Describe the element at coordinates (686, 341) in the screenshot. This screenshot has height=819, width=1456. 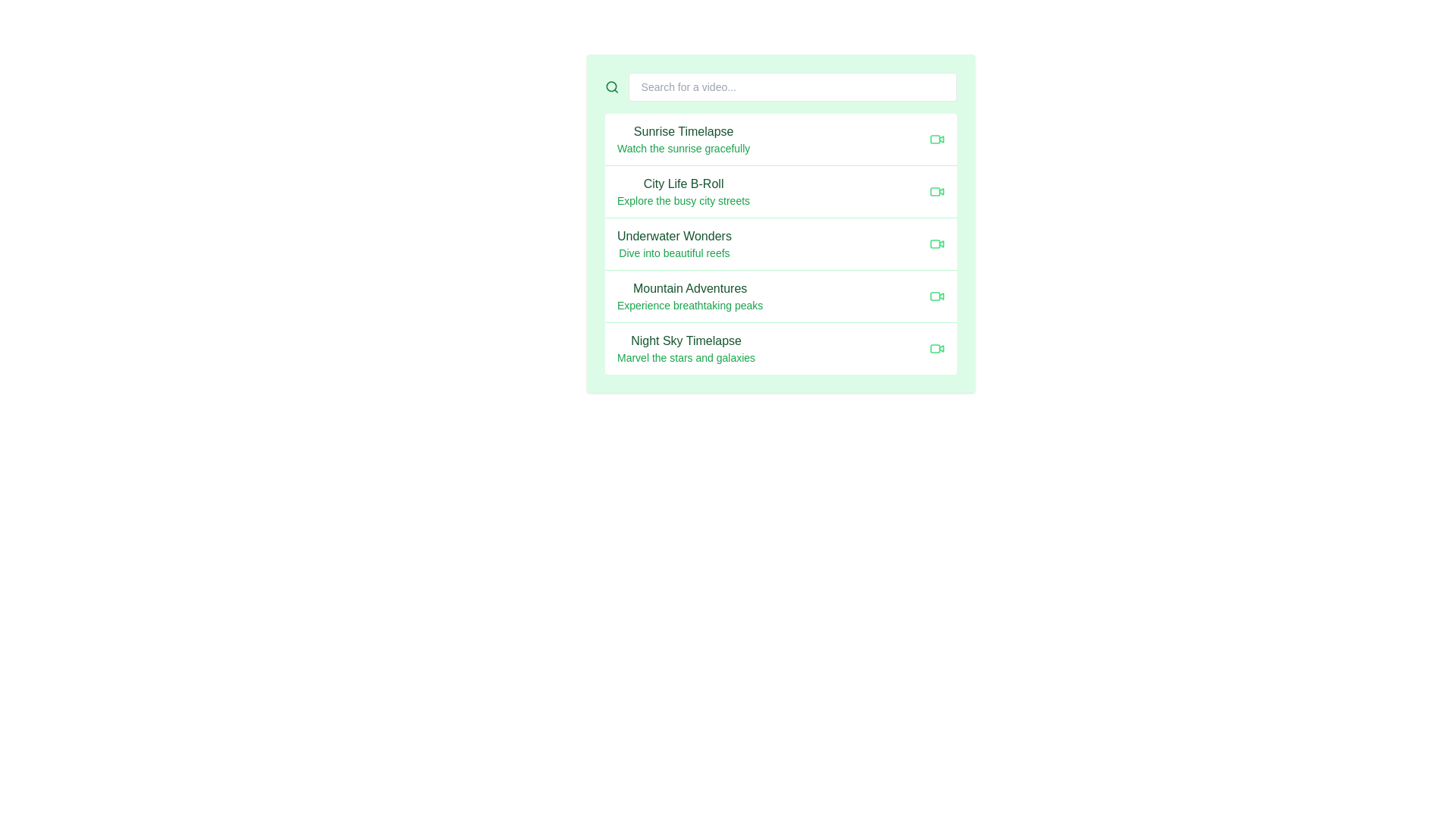
I see `the 'Night Sky Timelapse' label` at that location.